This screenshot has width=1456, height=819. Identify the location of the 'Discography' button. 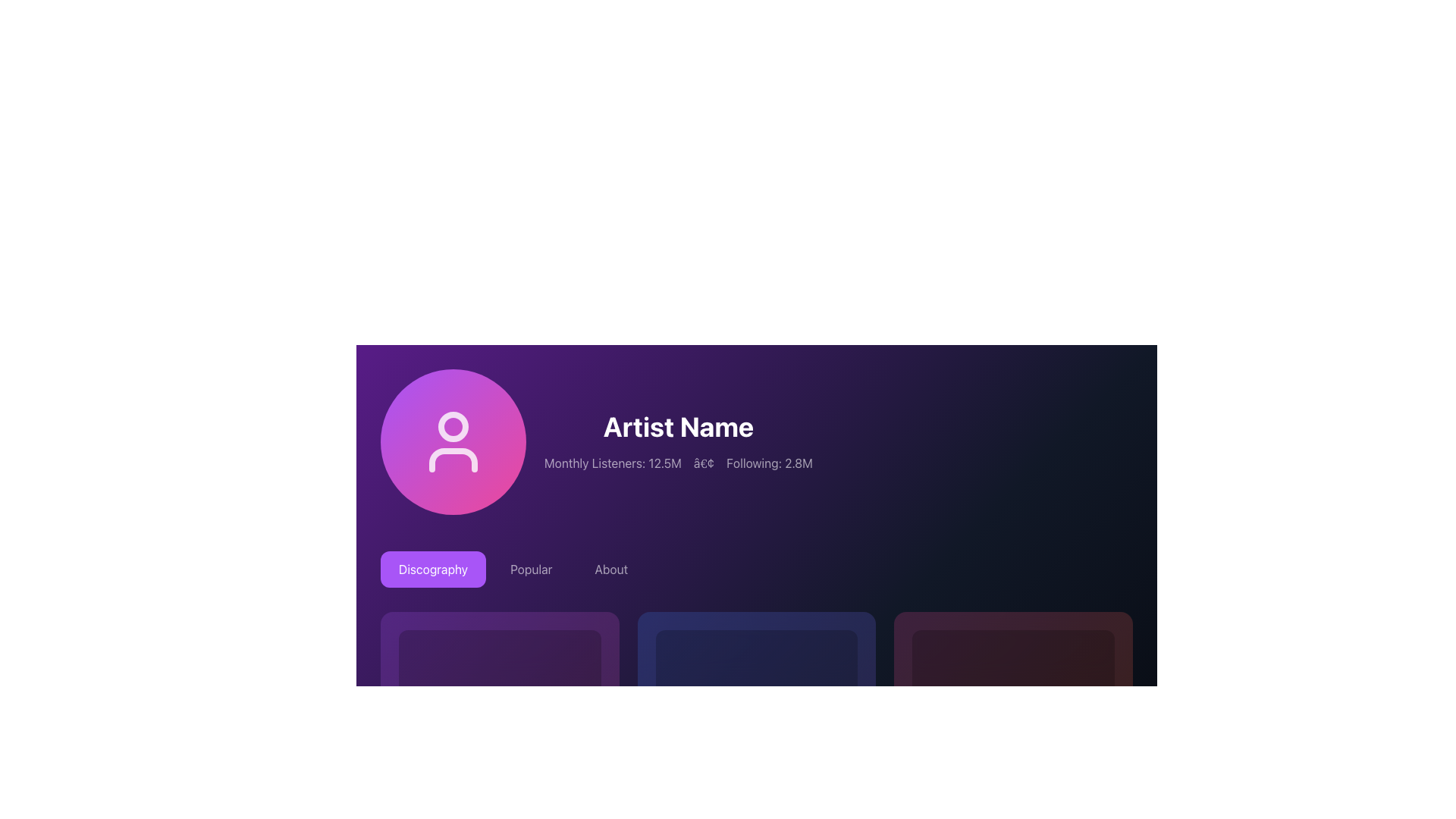
(432, 570).